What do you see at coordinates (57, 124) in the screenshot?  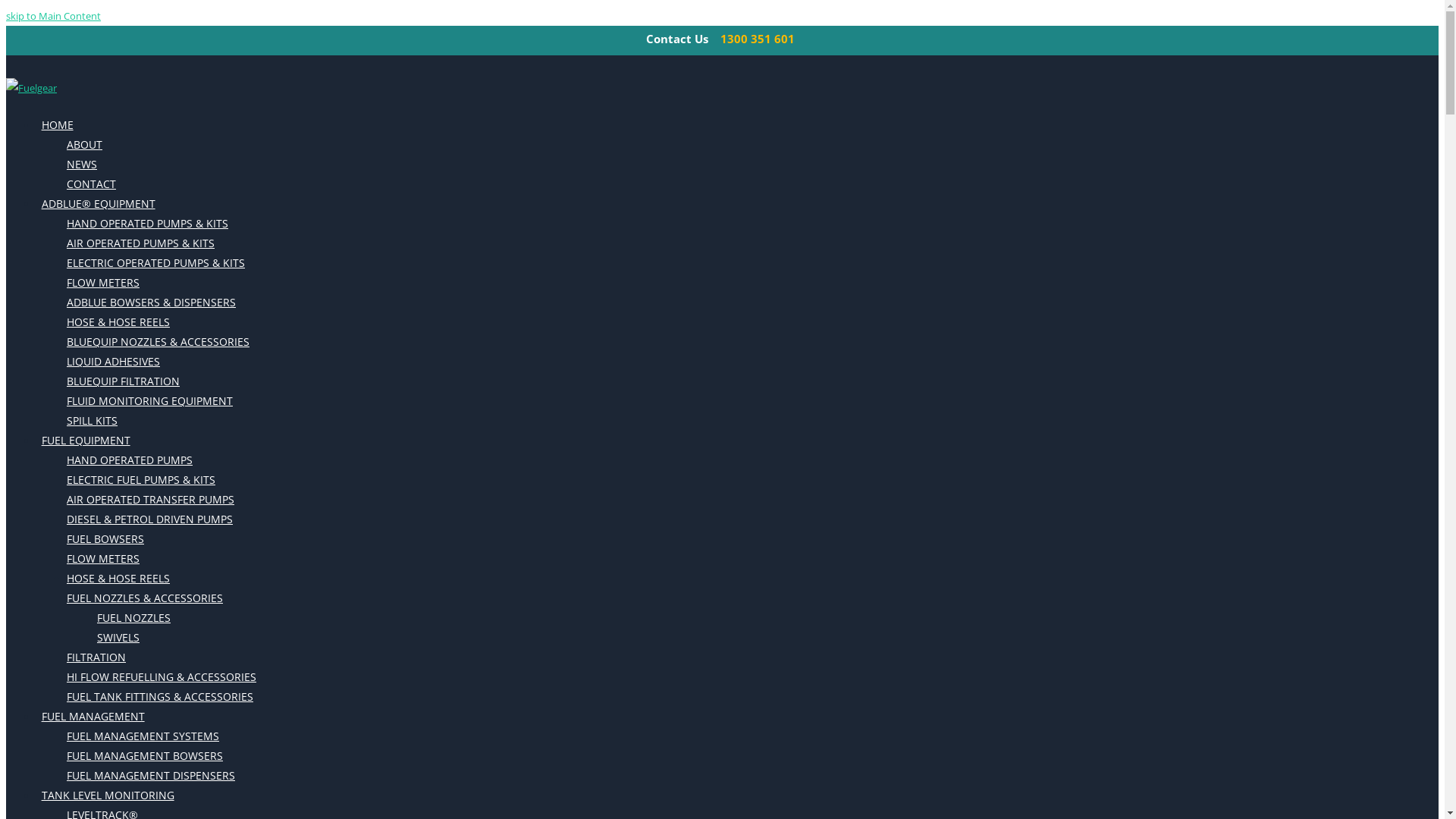 I see `'HOME'` at bounding box center [57, 124].